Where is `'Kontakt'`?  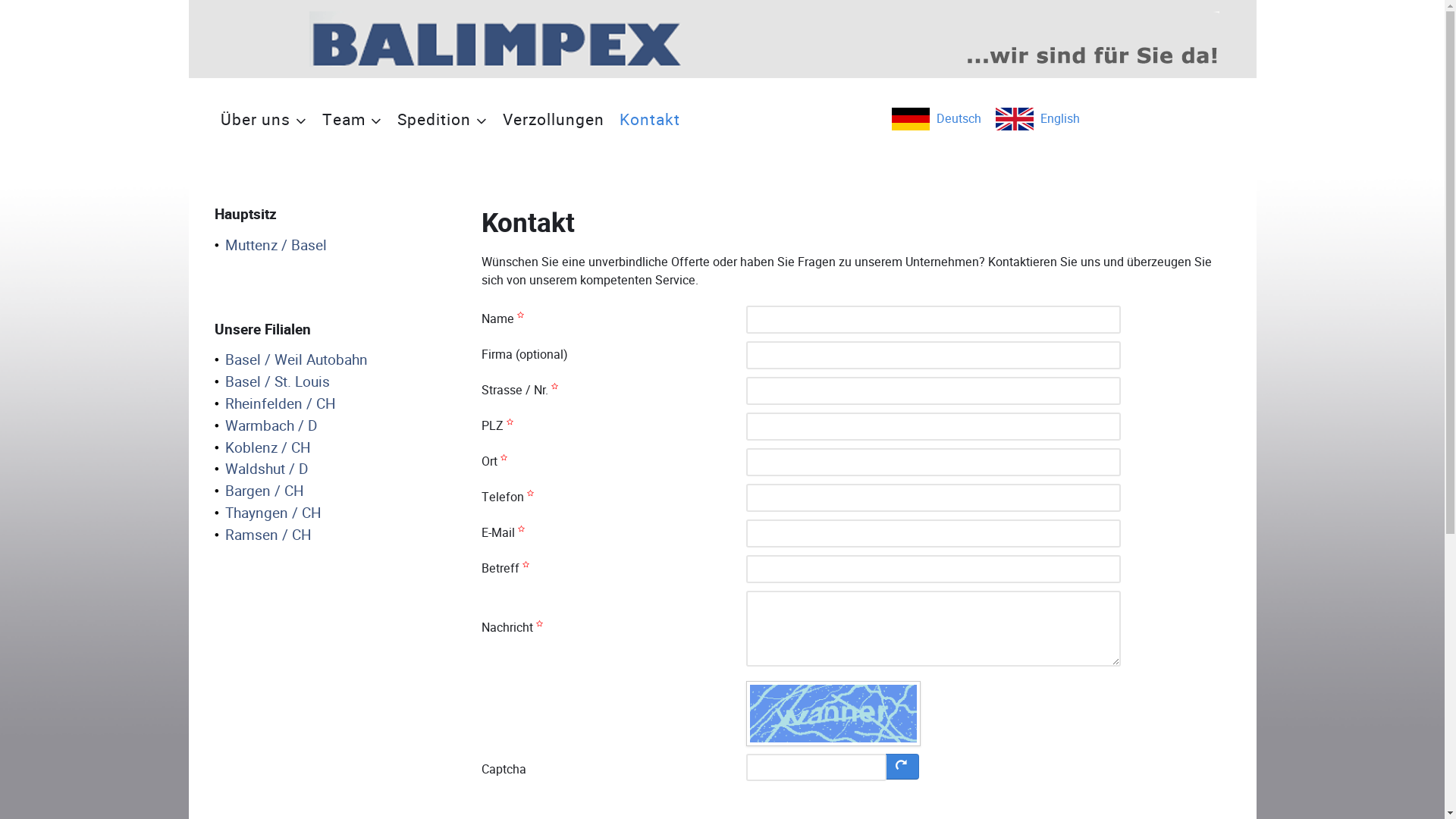 'Kontakt' is located at coordinates (648, 118).